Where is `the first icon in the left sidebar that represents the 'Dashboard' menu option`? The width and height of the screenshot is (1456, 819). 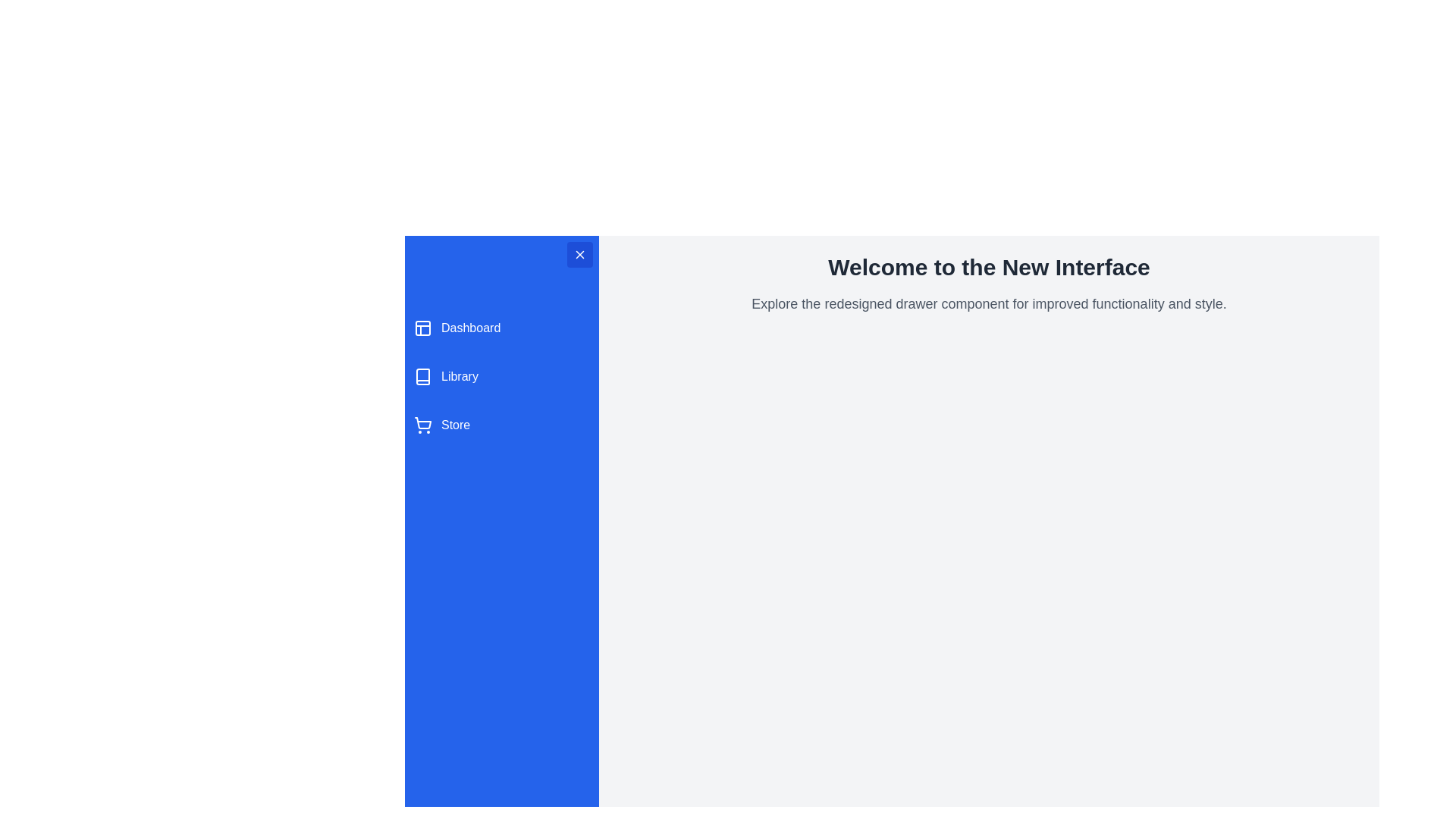
the first icon in the left sidebar that represents the 'Dashboard' menu option is located at coordinates (422, 327).